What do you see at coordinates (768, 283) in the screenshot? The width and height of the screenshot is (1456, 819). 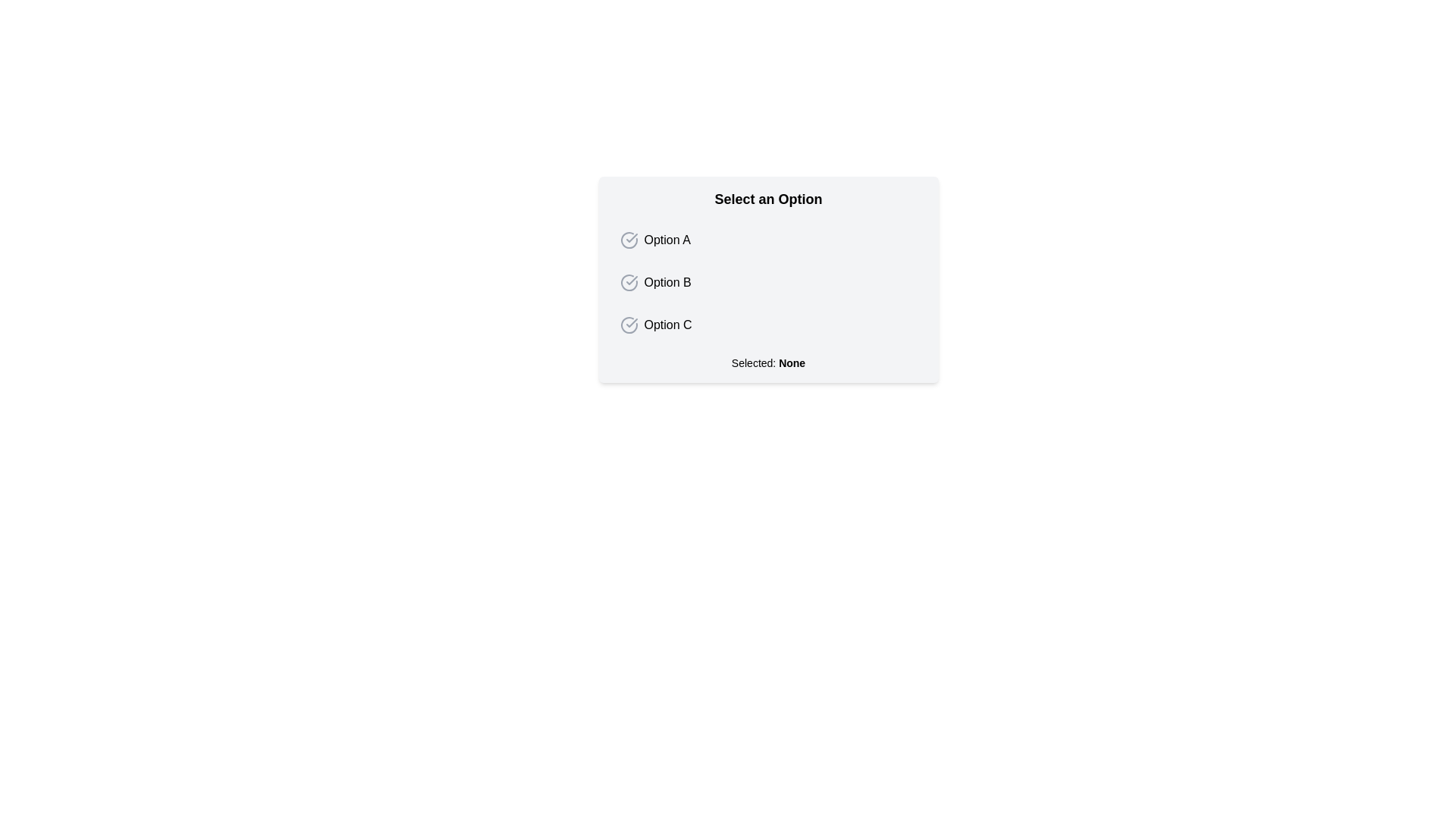 I see `the 'Option B' selectable item in the list` at bounding box center [768, 283].